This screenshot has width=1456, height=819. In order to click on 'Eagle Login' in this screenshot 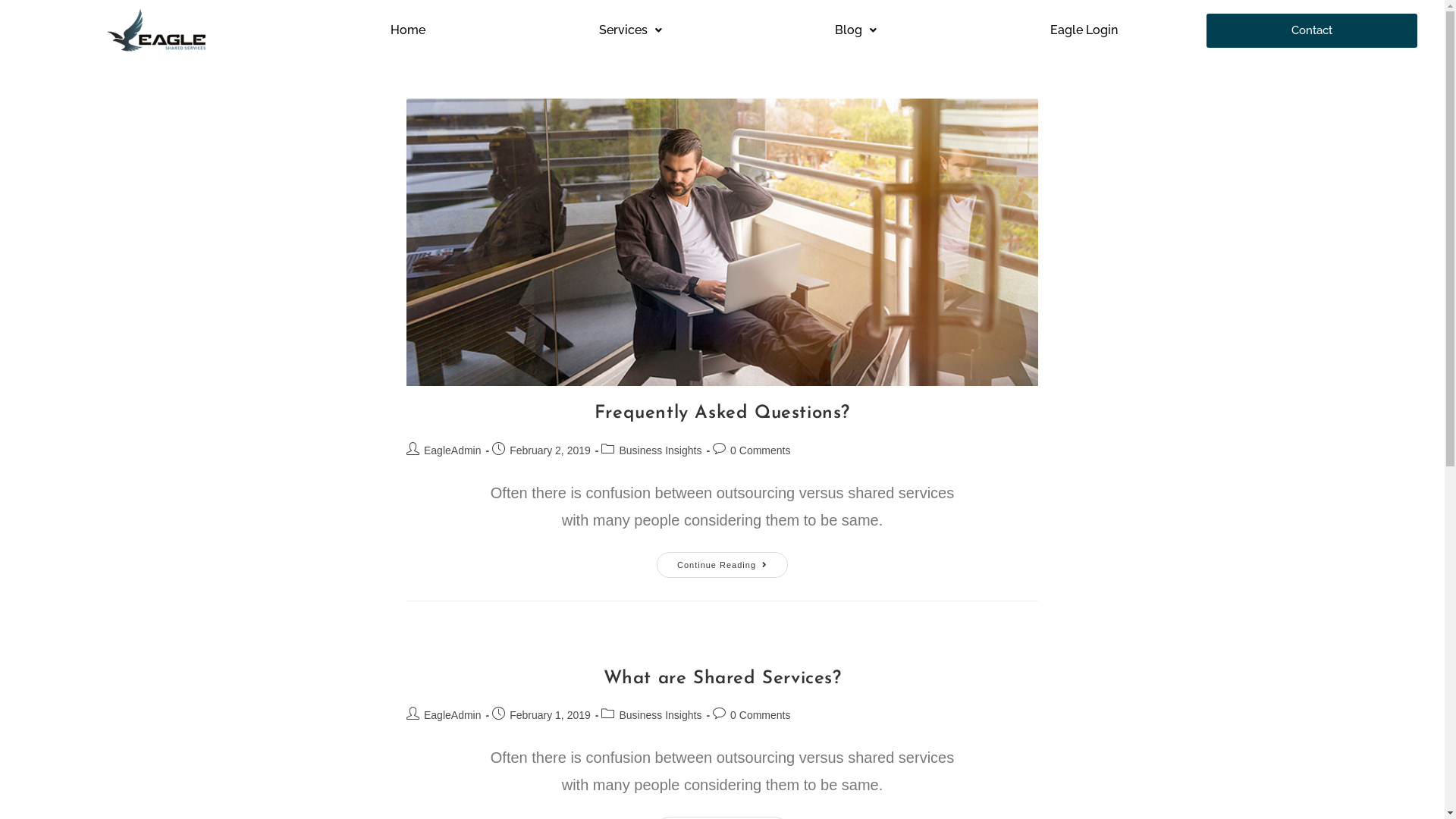, I will do `click(1083, 30)`.